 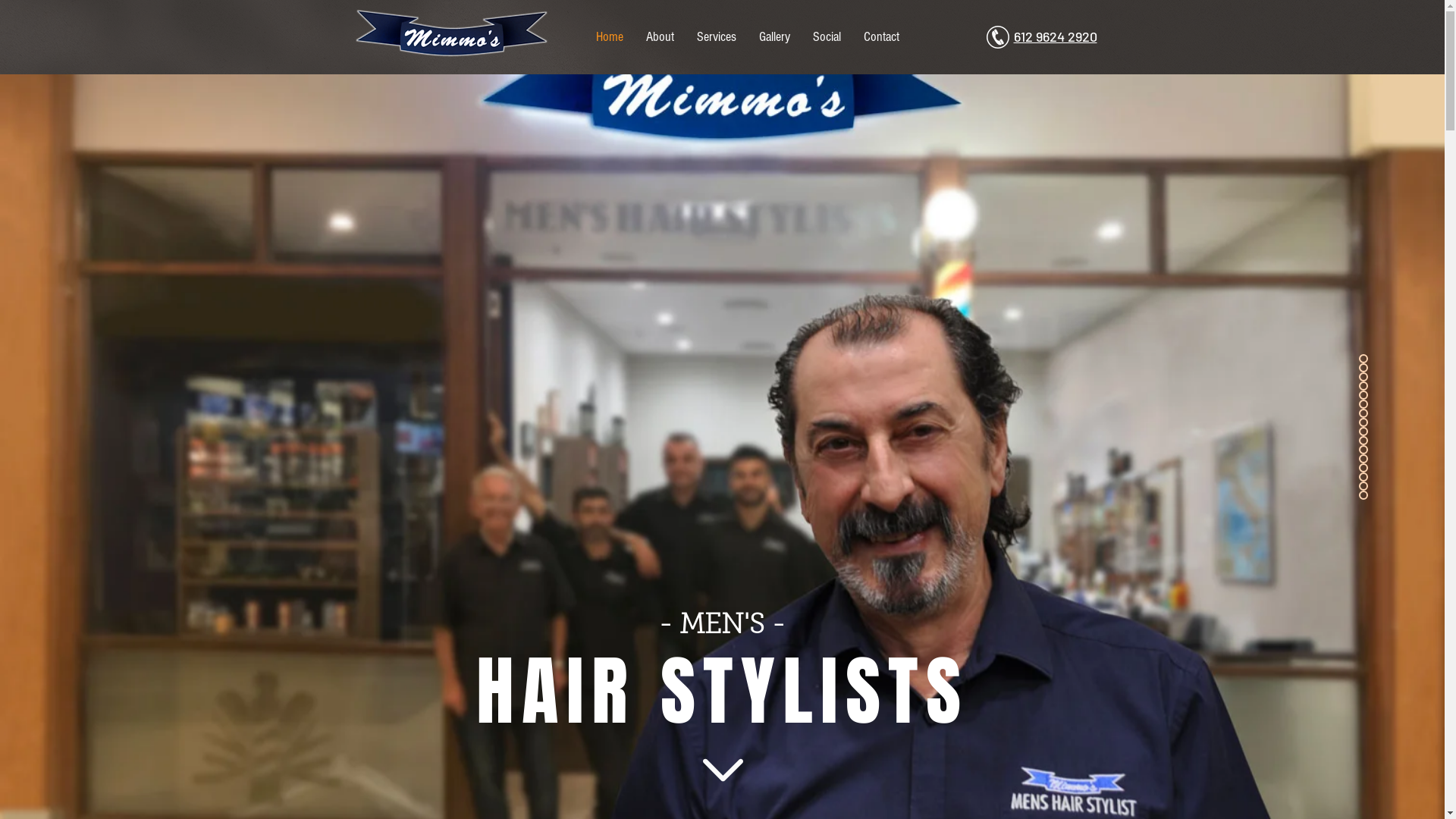 I want to click on '612 9624 2920', so click(x=1054, y=36).